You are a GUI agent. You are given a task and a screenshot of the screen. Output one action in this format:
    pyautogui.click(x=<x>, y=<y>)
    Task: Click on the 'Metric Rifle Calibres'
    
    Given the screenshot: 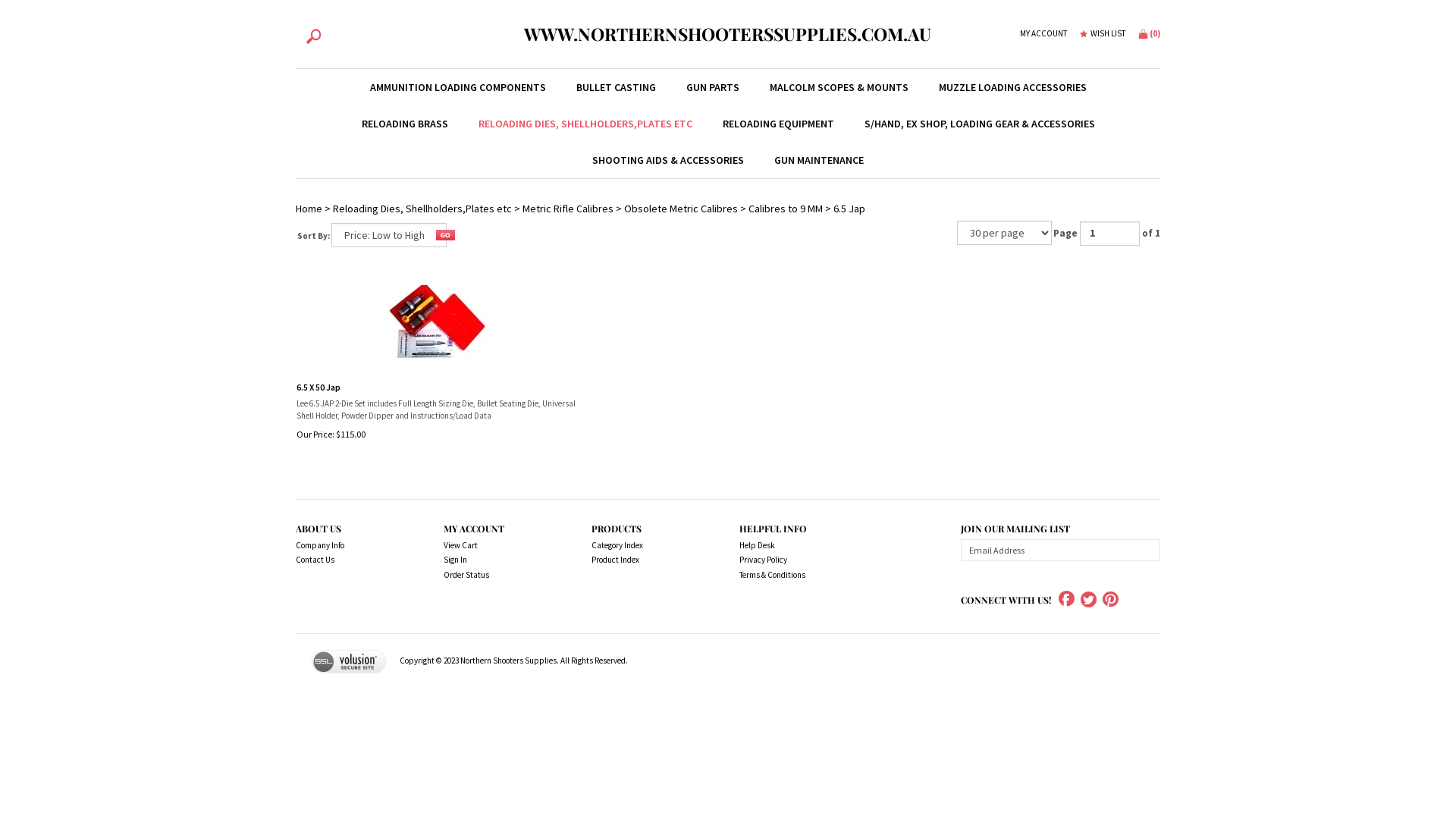 What is the action you would take?
    pyautogui.click(x=566, y=208)
    